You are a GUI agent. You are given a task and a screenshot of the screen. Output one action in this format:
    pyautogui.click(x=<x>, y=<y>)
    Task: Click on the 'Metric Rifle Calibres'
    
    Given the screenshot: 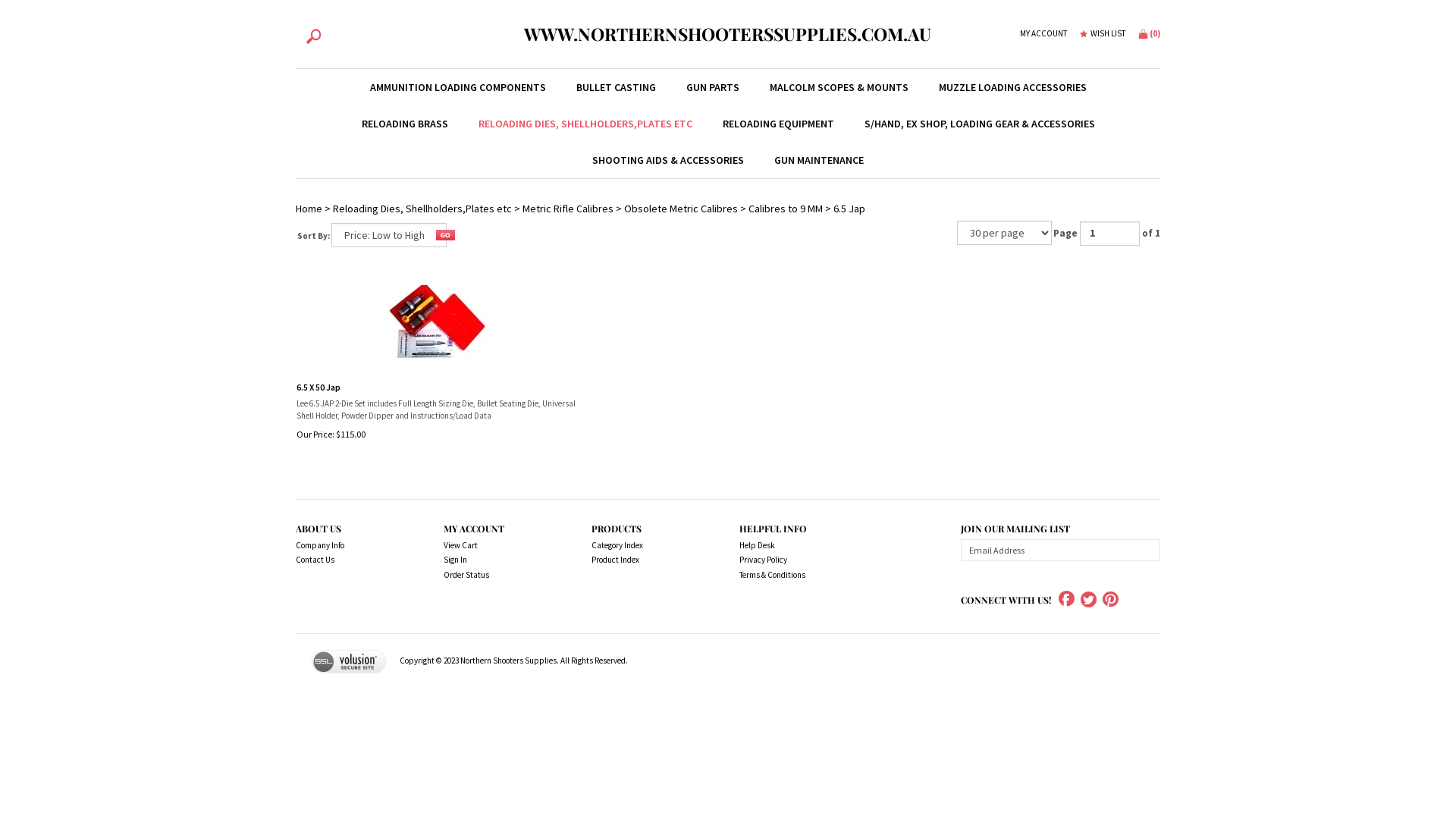 What is the action you would take?
    pyautogui.click(x=566, y=208)
    